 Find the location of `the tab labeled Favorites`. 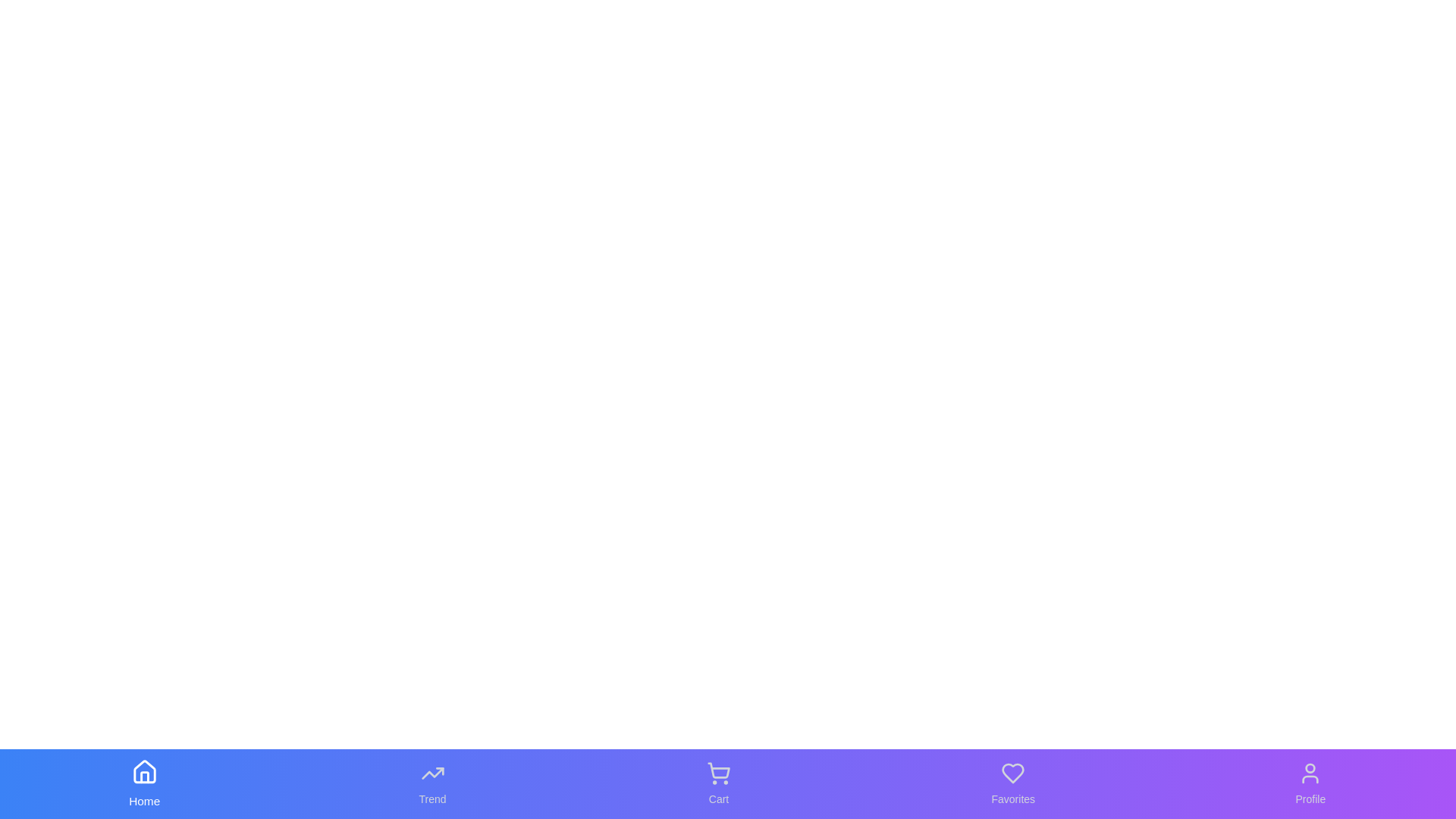

the tab labeled Favorites is located at coordinates (1012, 783).